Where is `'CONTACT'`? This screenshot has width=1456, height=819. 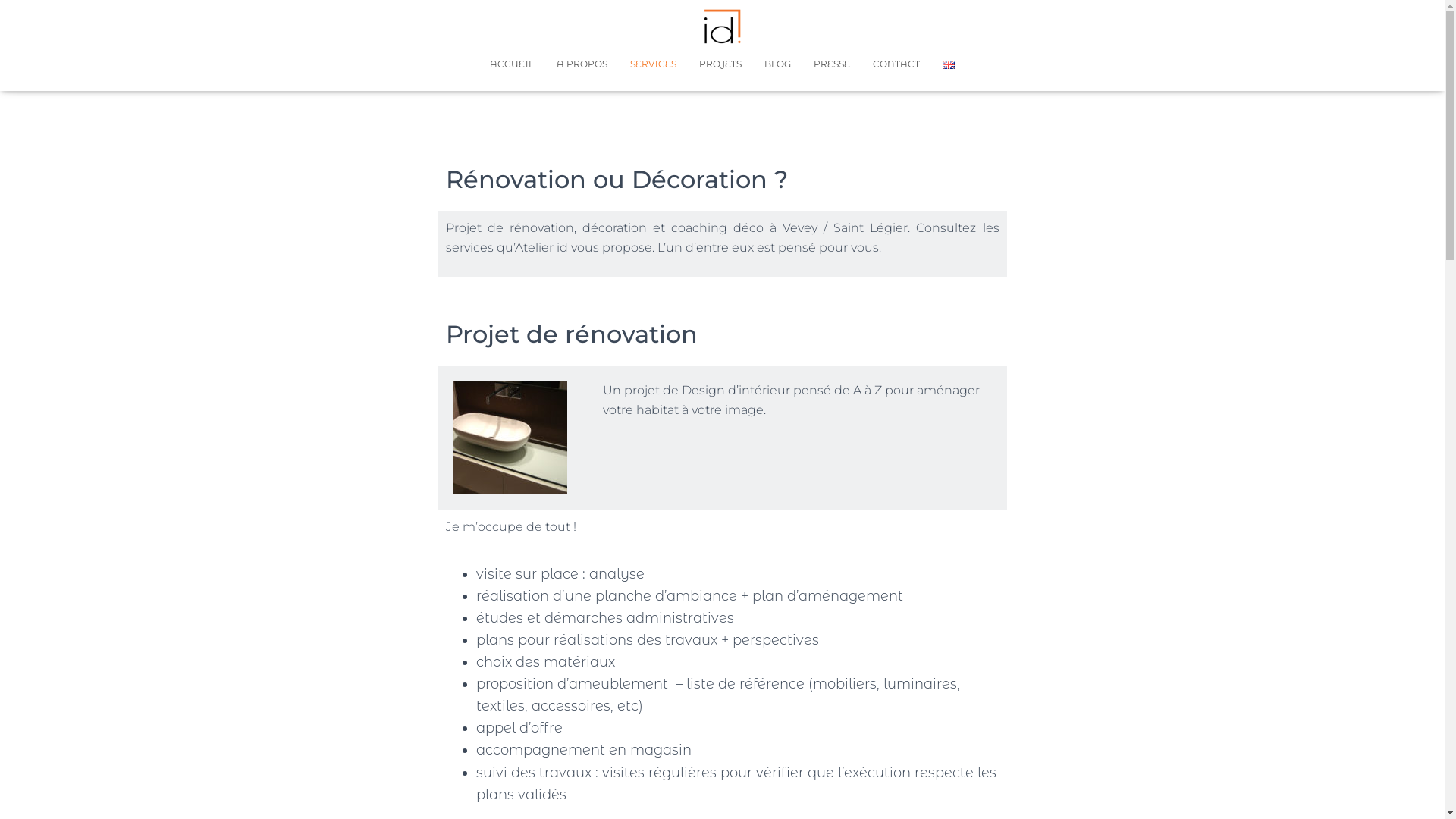 'CONTACT' is located at coordinates (896, 63).